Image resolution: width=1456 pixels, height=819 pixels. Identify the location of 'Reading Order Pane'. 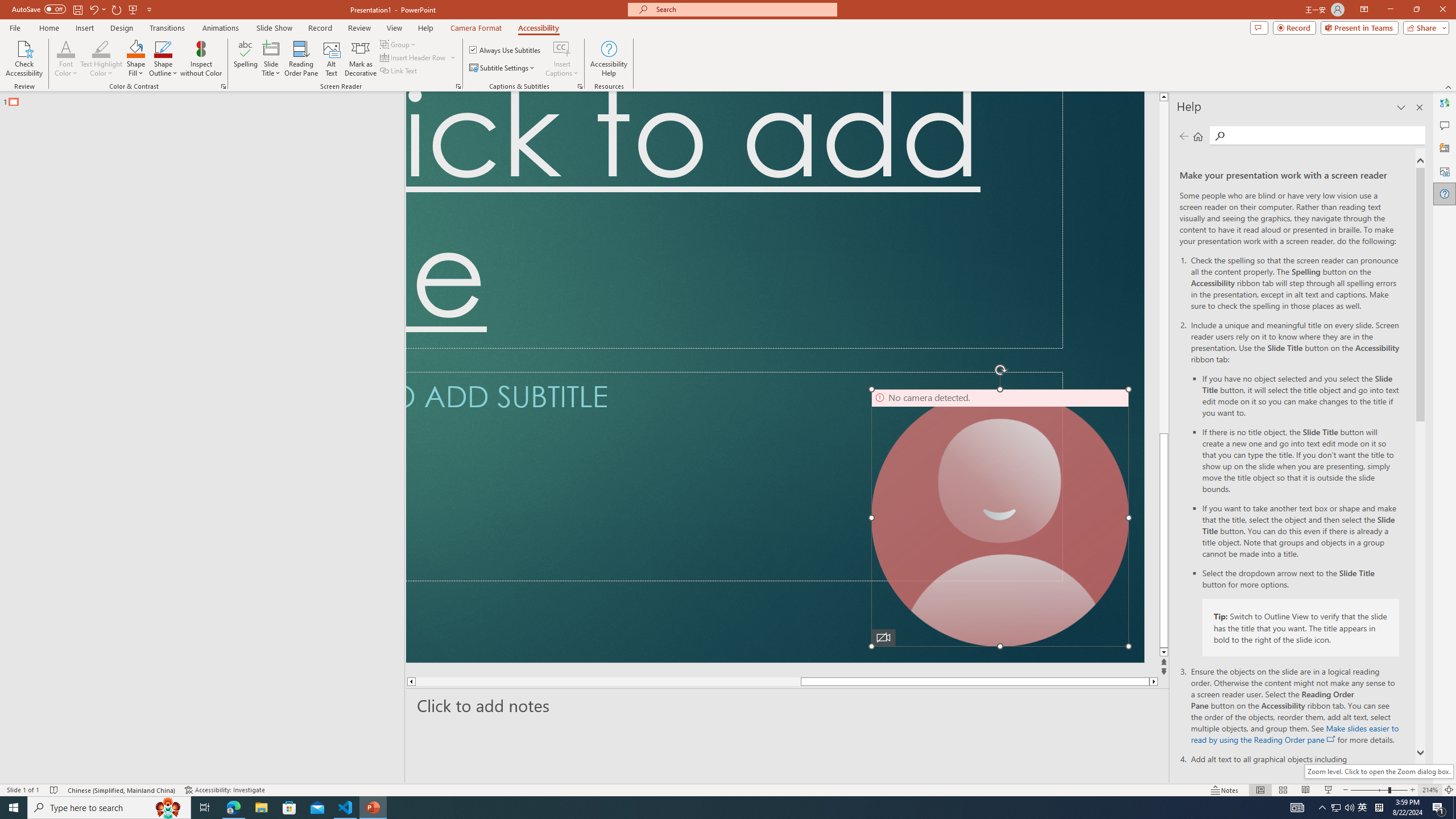
(301, 59).